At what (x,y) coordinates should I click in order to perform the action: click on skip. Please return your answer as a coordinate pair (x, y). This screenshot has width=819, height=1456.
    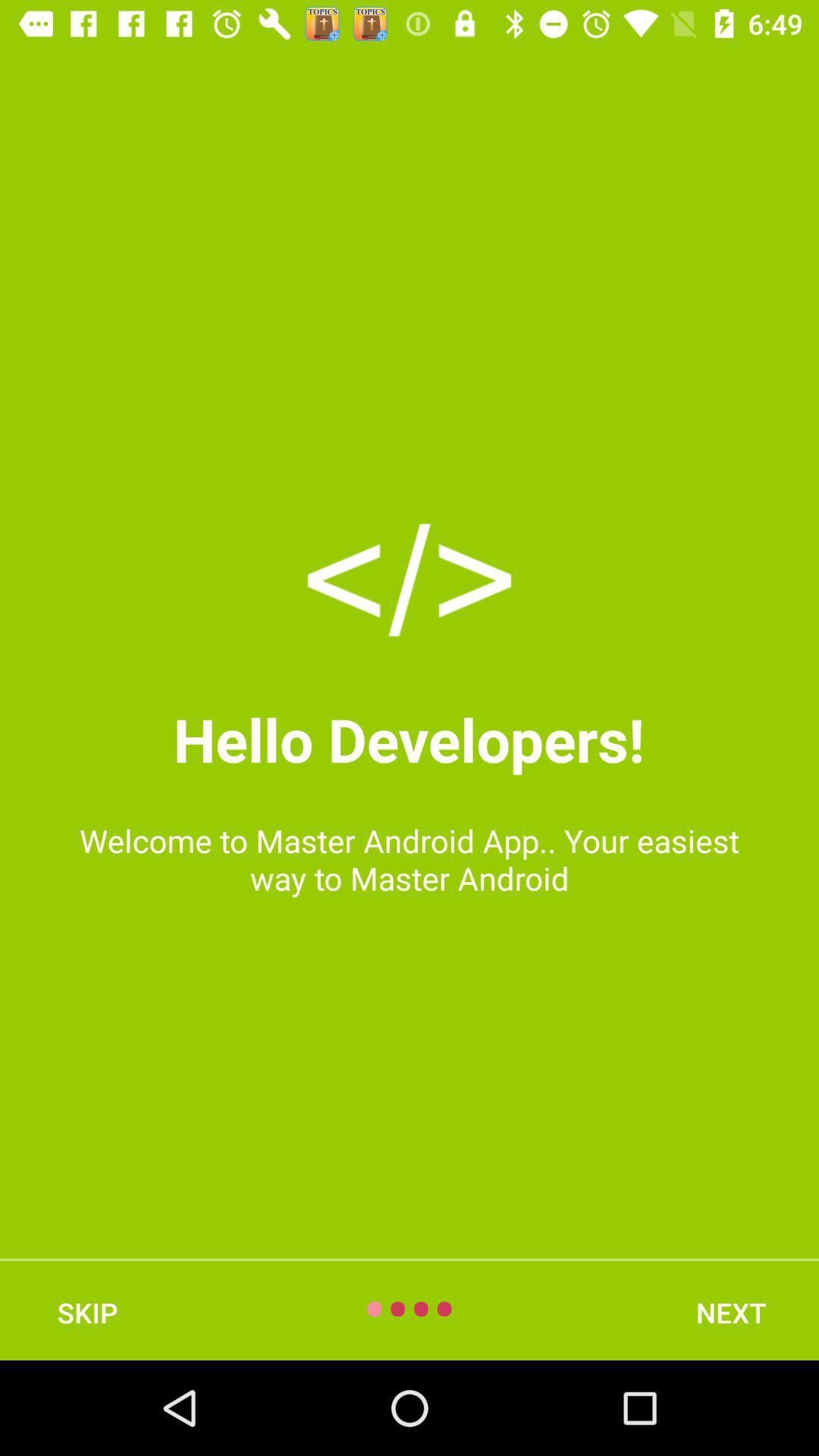
    Looking at the image, I should click on (87, 1312).